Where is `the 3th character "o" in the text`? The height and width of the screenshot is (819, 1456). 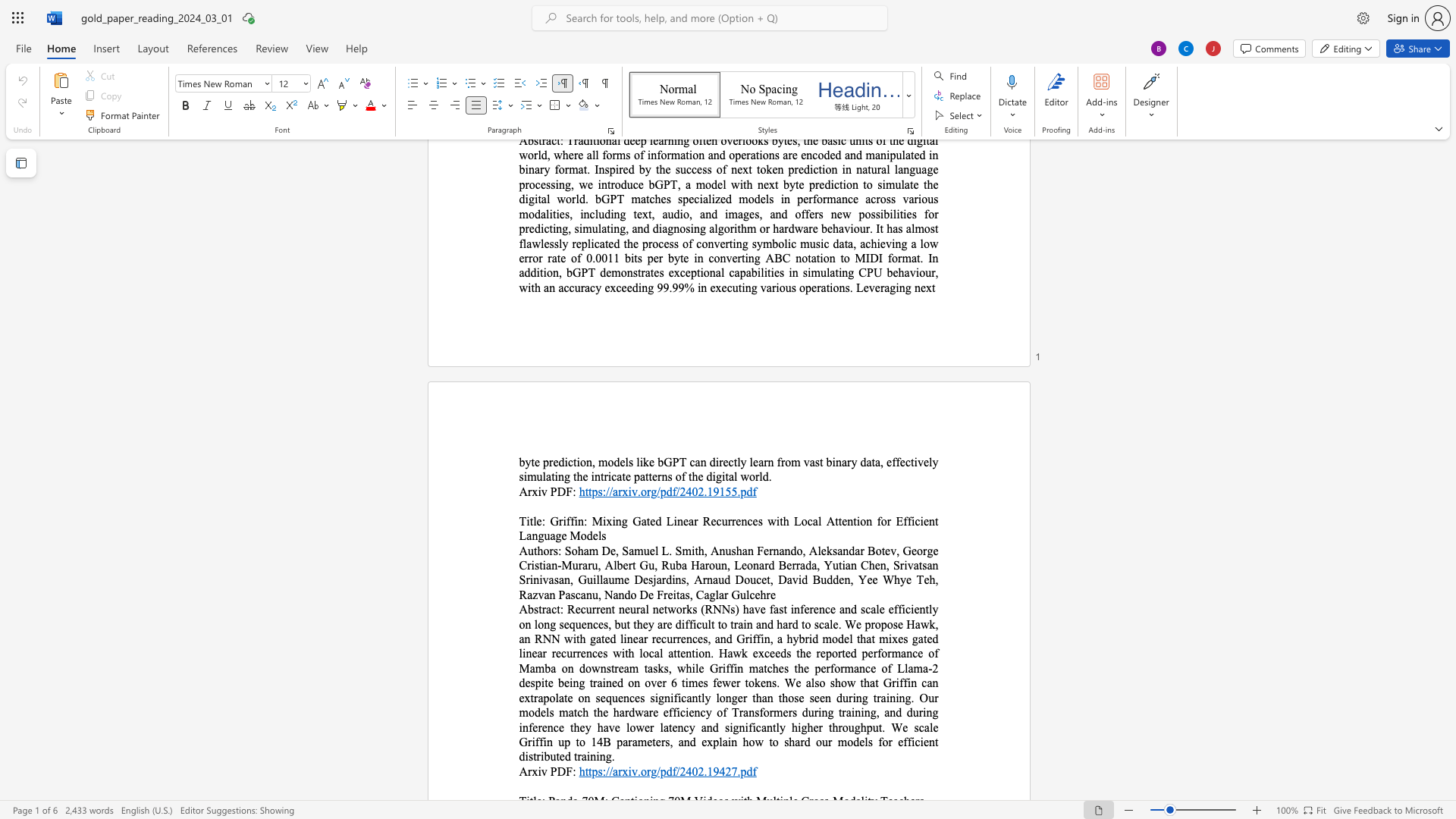
the 3th character "o" in the text is located at coordinates (878, 551).